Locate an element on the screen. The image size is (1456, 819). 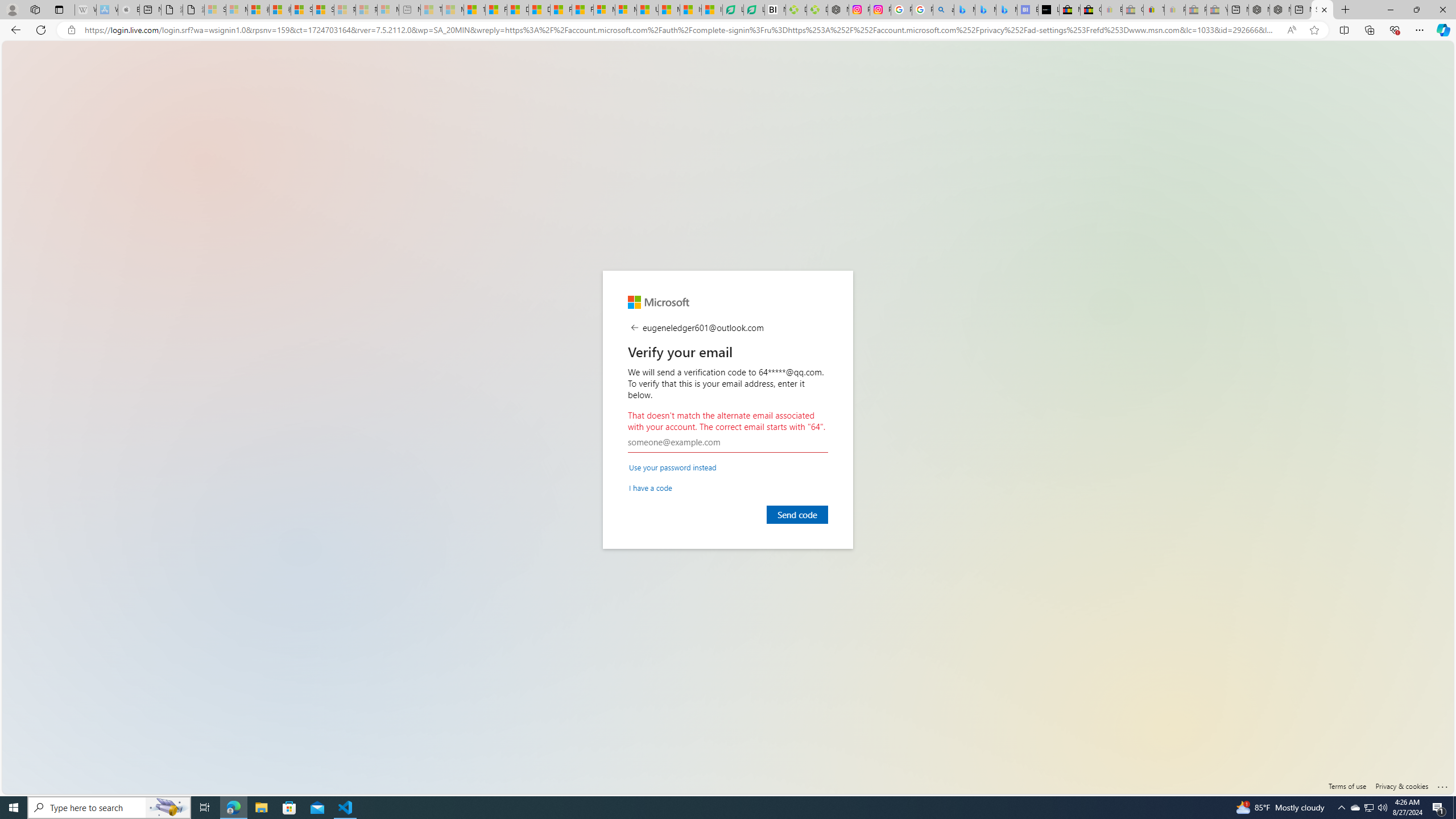
'Threats and offensive language policy | eBay' is located at coordinates (1153, 9).